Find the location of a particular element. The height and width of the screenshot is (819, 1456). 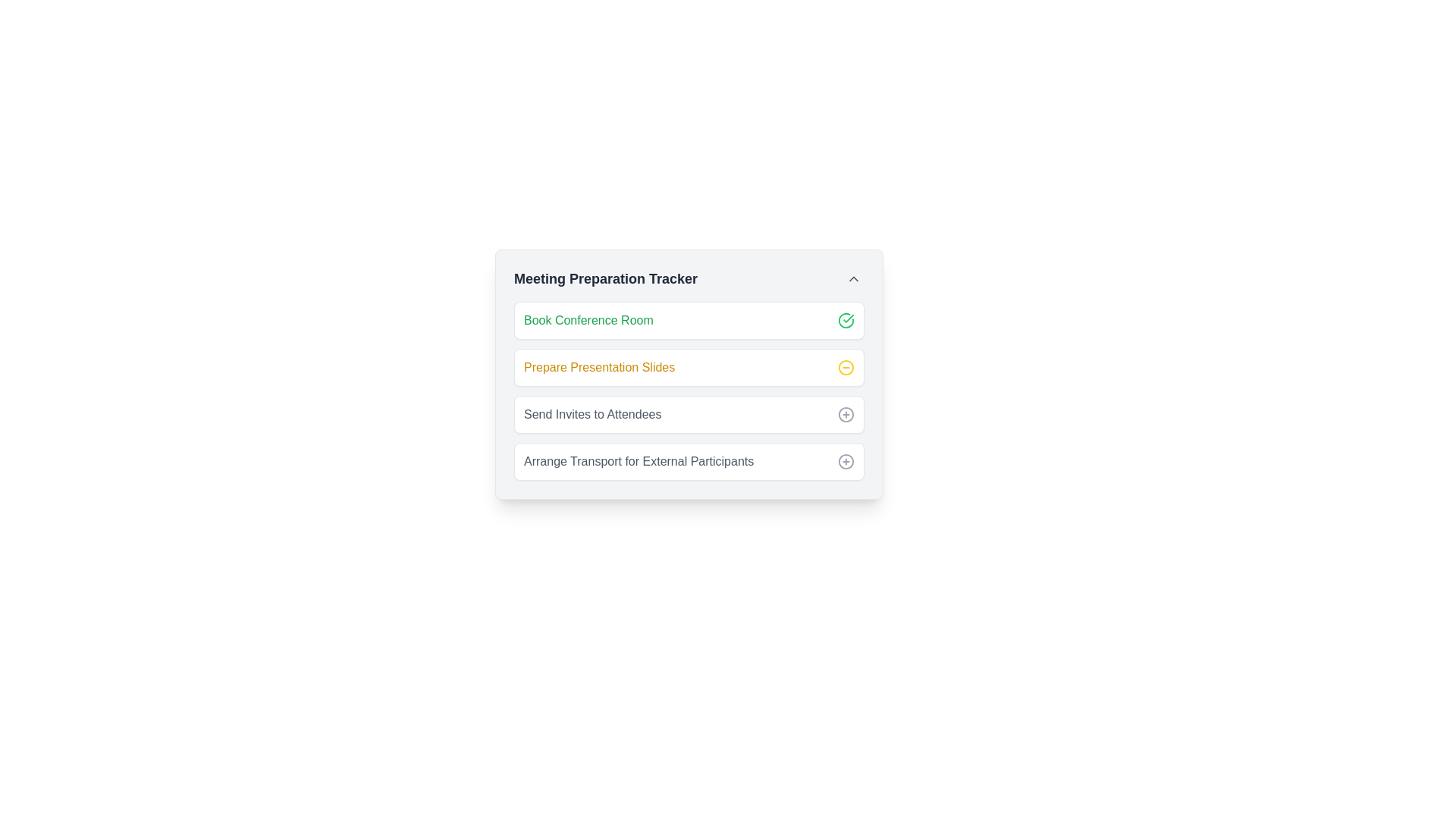

the circular icon with a green outline and check mark, located to the right of 'Book Conference Room' in the 'Meeting Preparation Tracker' card is located at coordinates (846, 320).